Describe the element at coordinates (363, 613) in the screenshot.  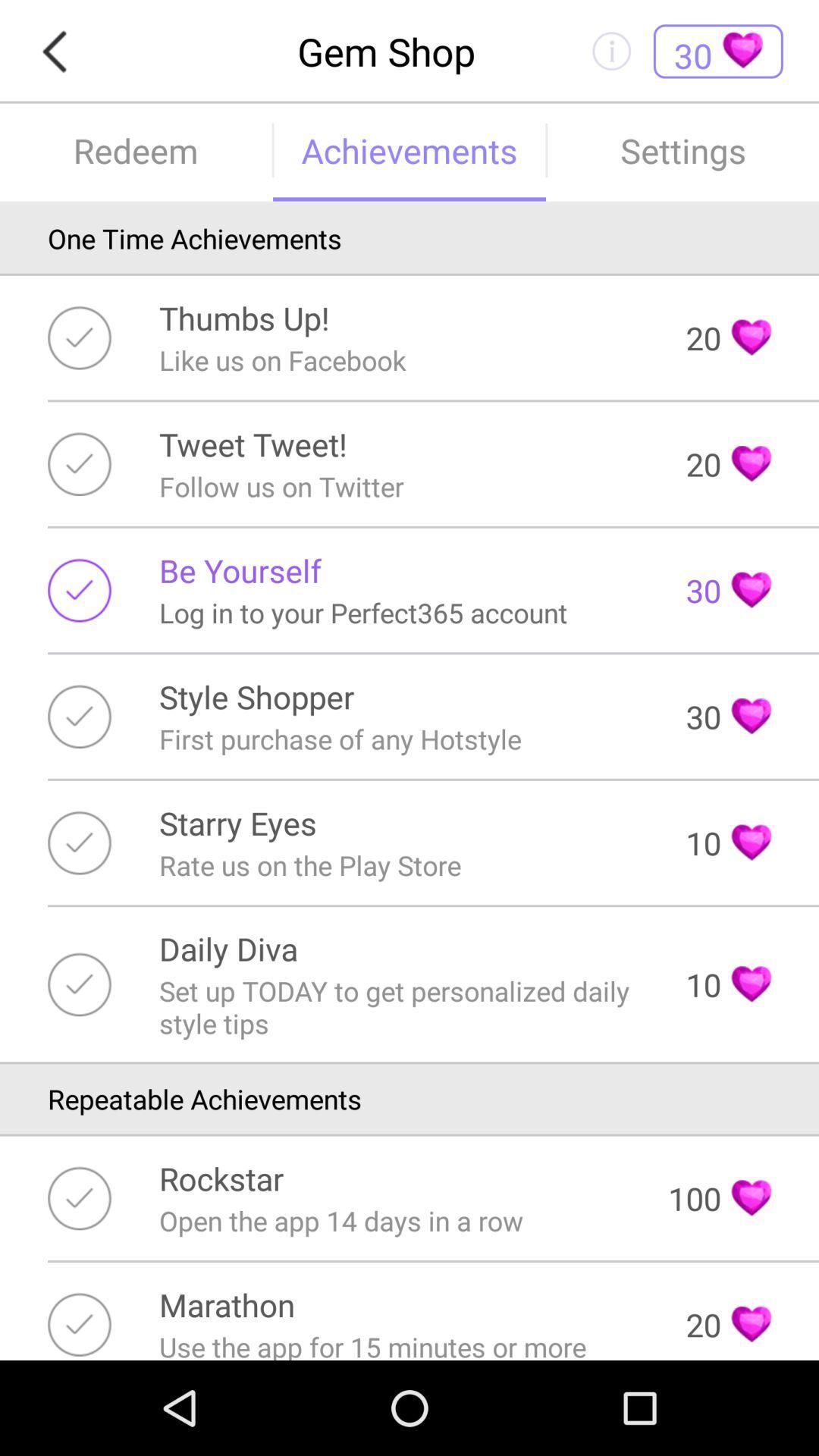
I see `the item below be yourself` at that location.